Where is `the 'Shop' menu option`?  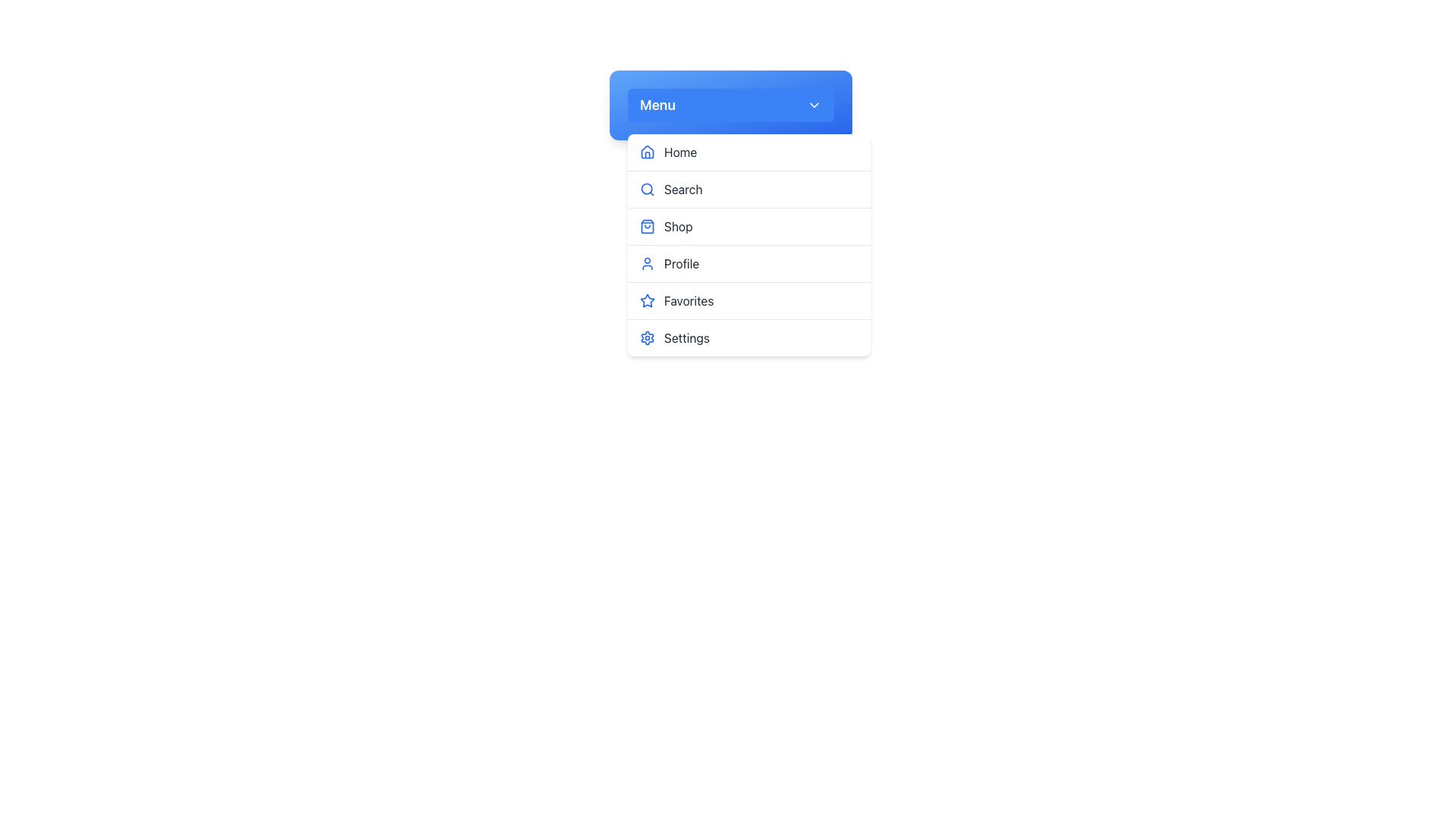 the 'Shop' menu option is located at coordinates (677, 227).